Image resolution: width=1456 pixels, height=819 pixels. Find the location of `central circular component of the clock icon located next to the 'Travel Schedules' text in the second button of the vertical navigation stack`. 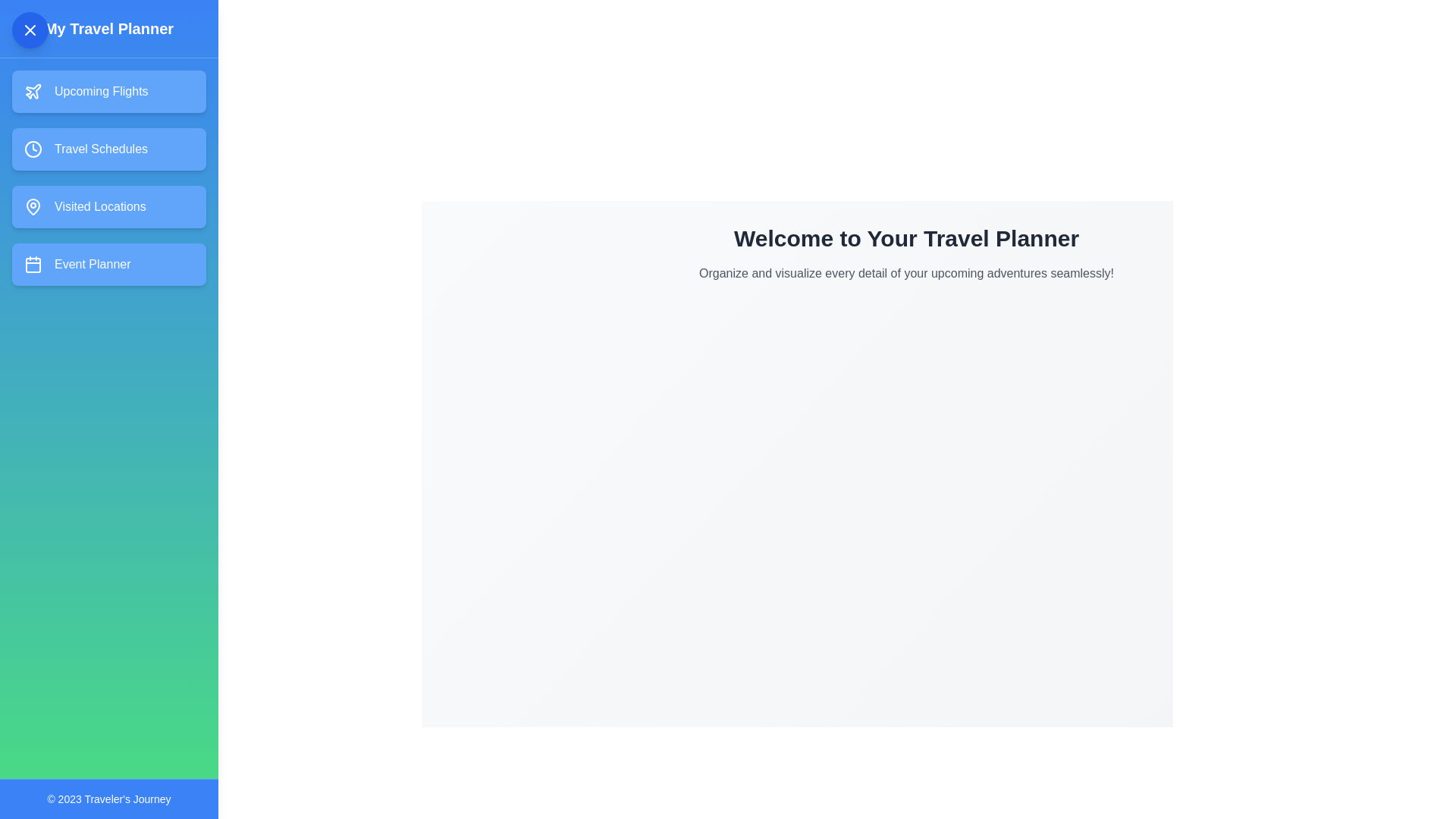

central circular component of the clock icon located next to the 'Travel Schedules' text in the second button of the vertical navigation stack is located at coordinates (33, 149).